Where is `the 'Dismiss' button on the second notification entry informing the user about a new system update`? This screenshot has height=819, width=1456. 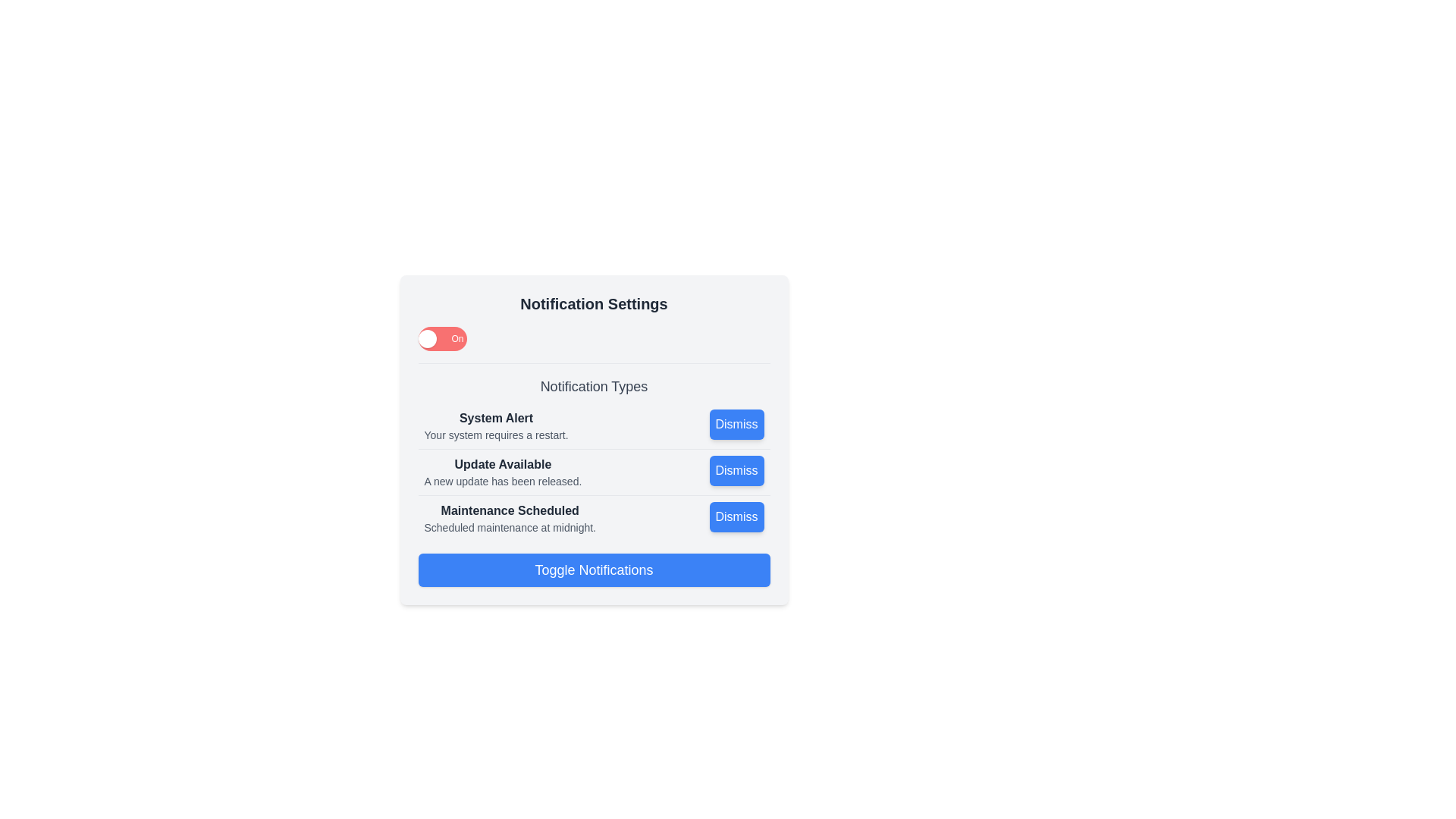 the 'Dismiss' button on the second notification entry informing the user about a new system update is located at coordinates (593, 472).